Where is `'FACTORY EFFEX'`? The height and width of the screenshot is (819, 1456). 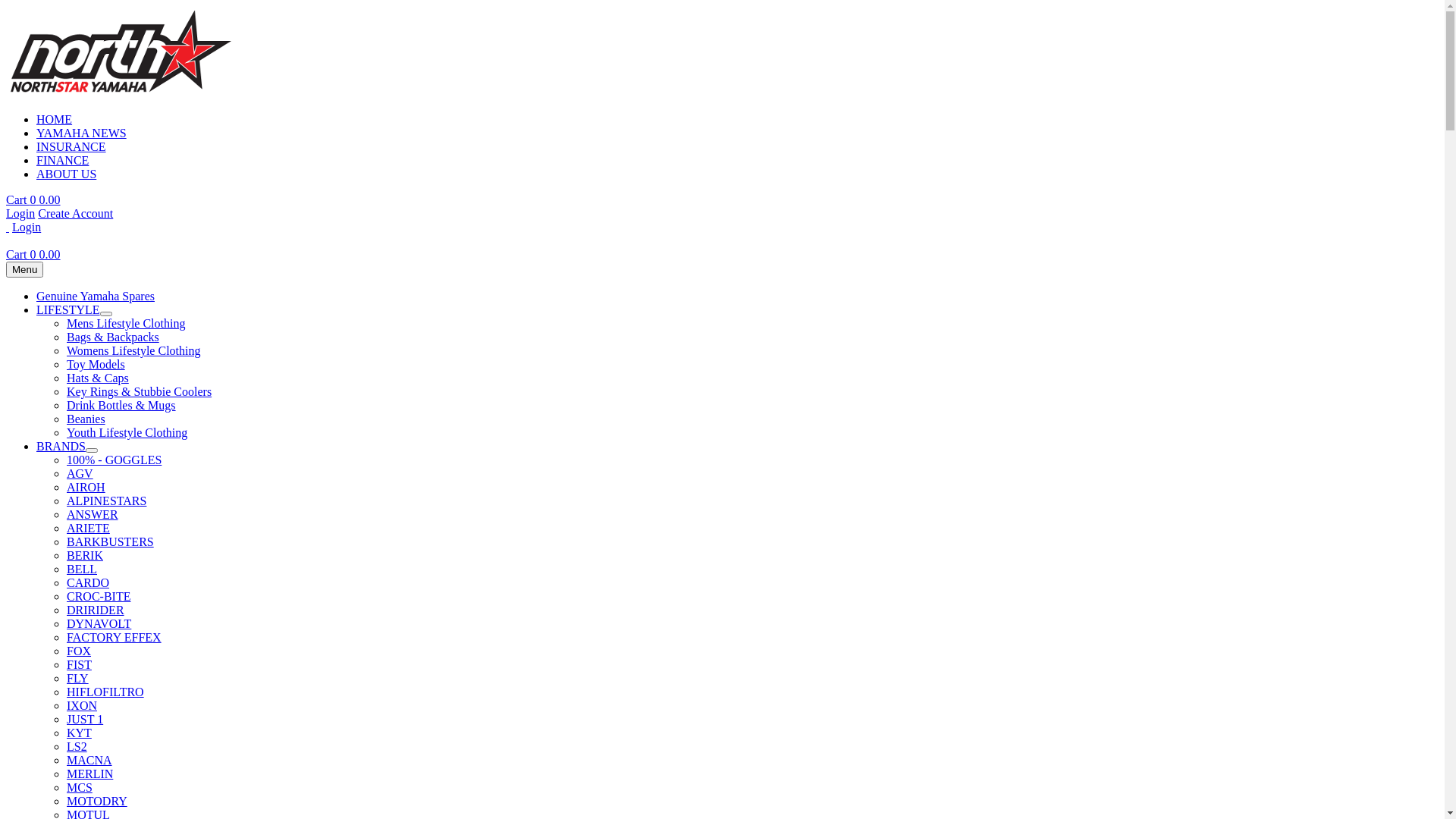
'FACTORY EFFEX' is located at coordinates (113, 637).